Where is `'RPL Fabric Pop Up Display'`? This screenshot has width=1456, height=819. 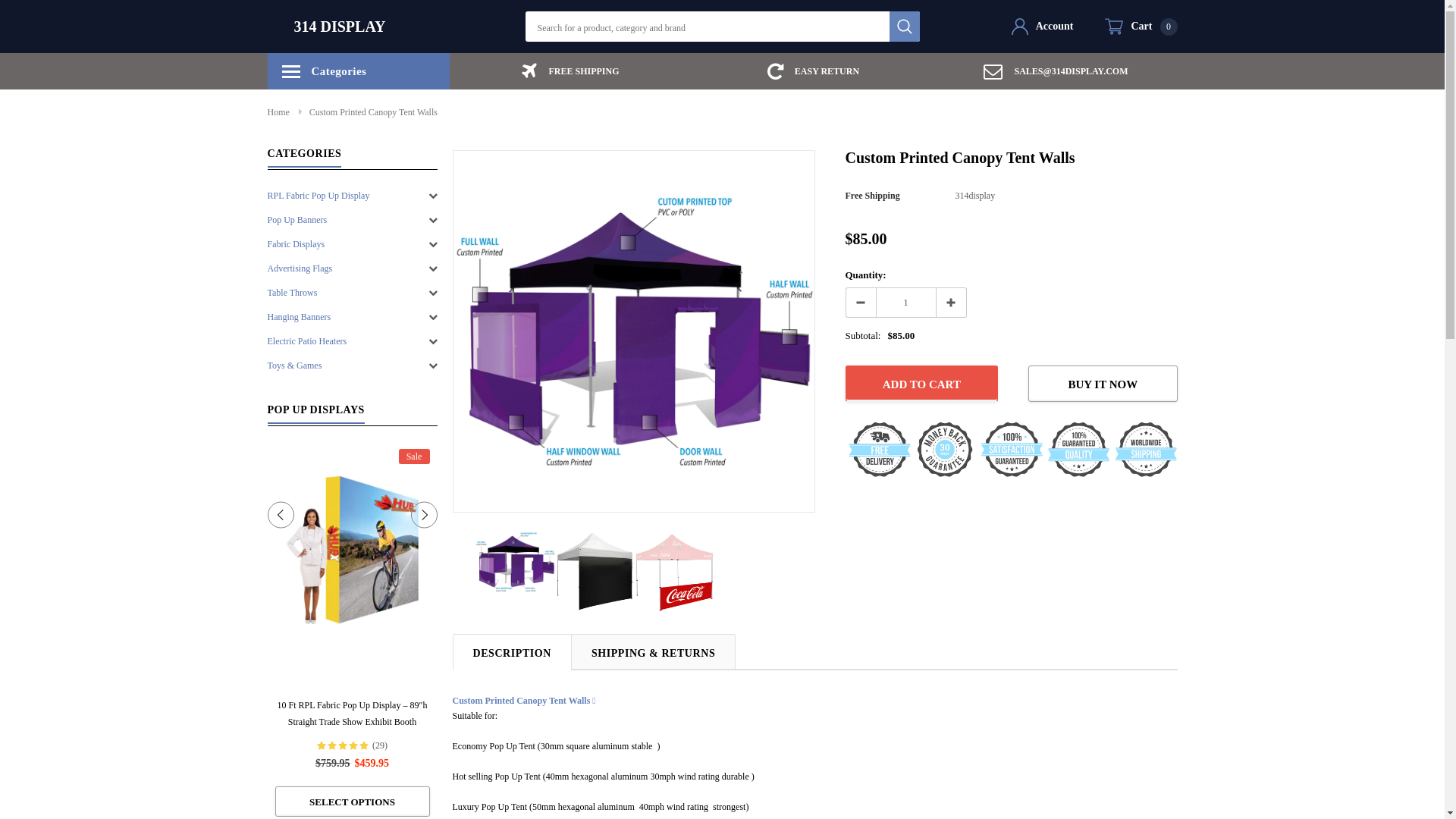 'RPL Fabric Pop Up Display' is located at coordinates (317, 195).